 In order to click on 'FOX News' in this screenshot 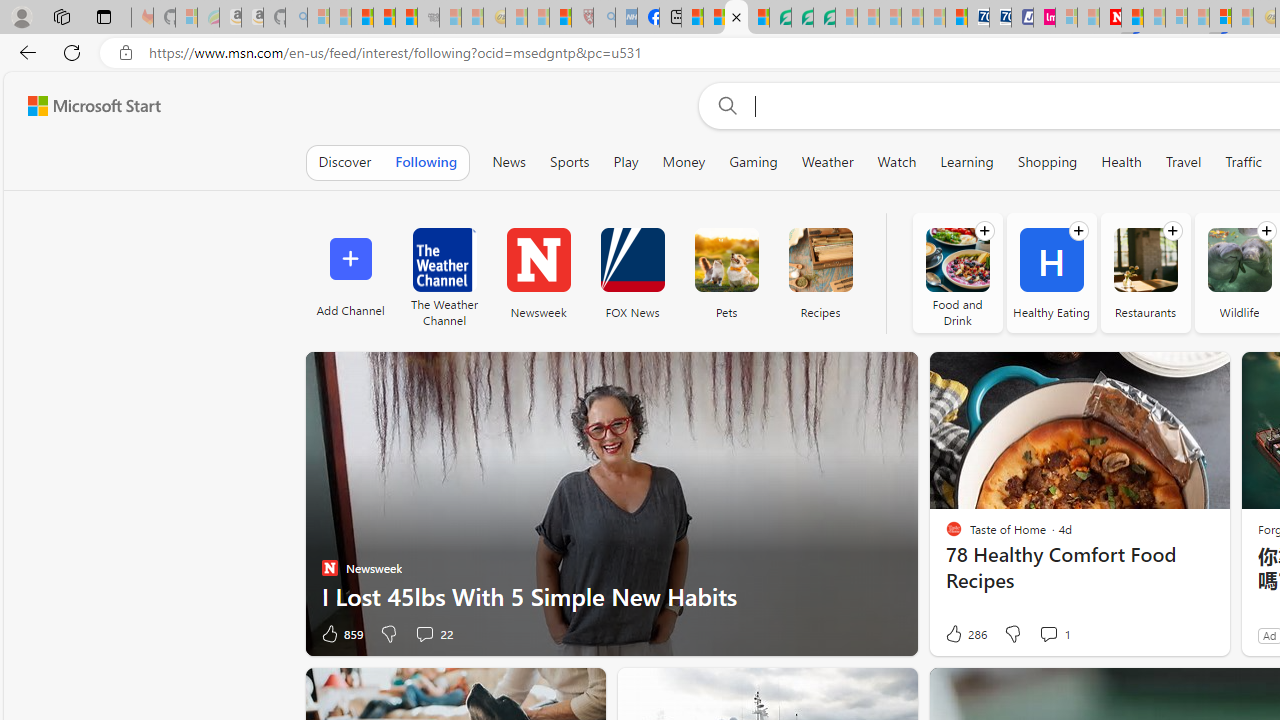, I will do `click(631, 272)`.